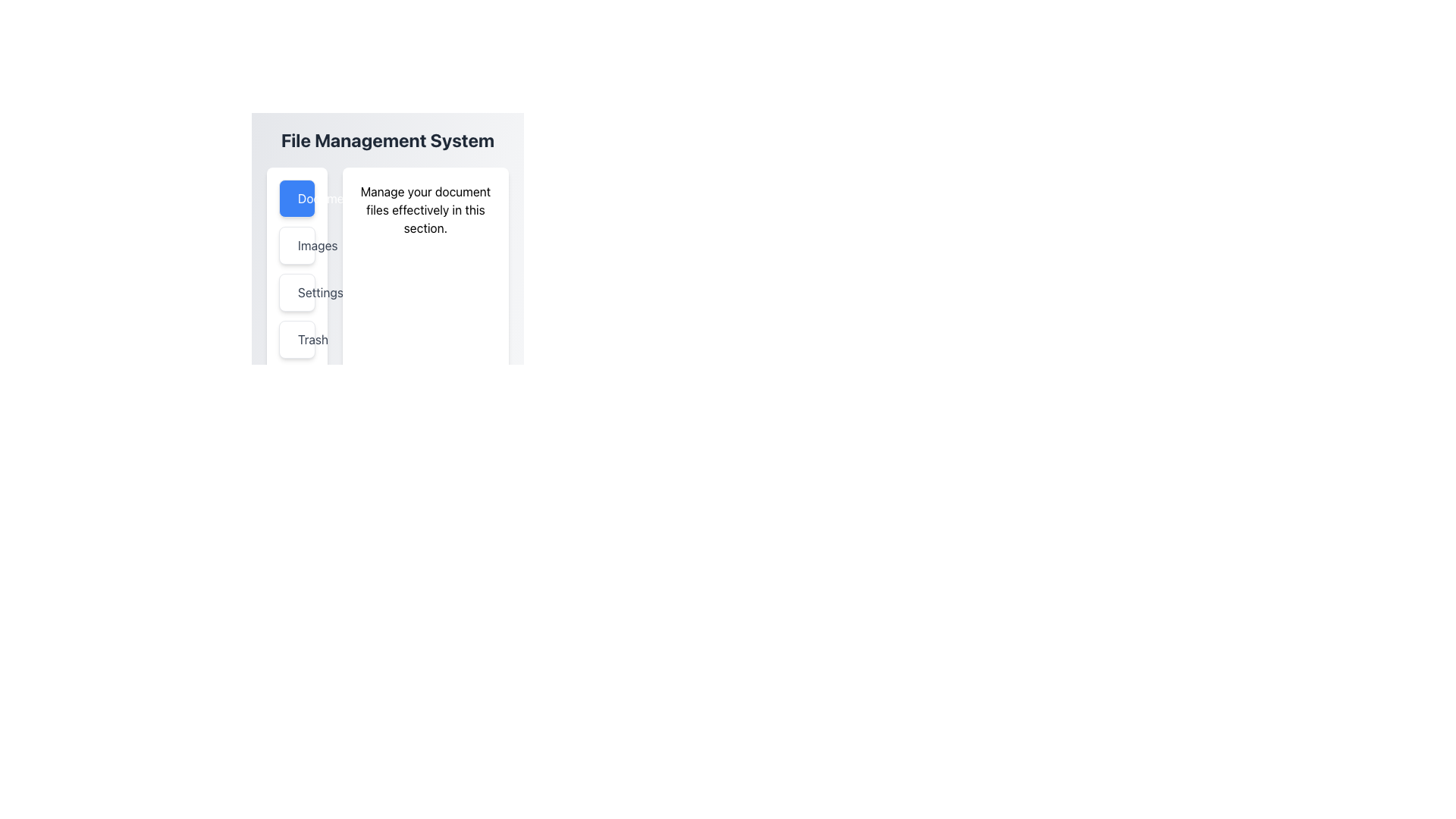 The image size is (1456, 819). What do you see at coordinates (298, 292) in the screenshot?
I see `the 'Settings' button icon (gear symbol) located in the third position of the left panel` at bounding box center [298, 292].